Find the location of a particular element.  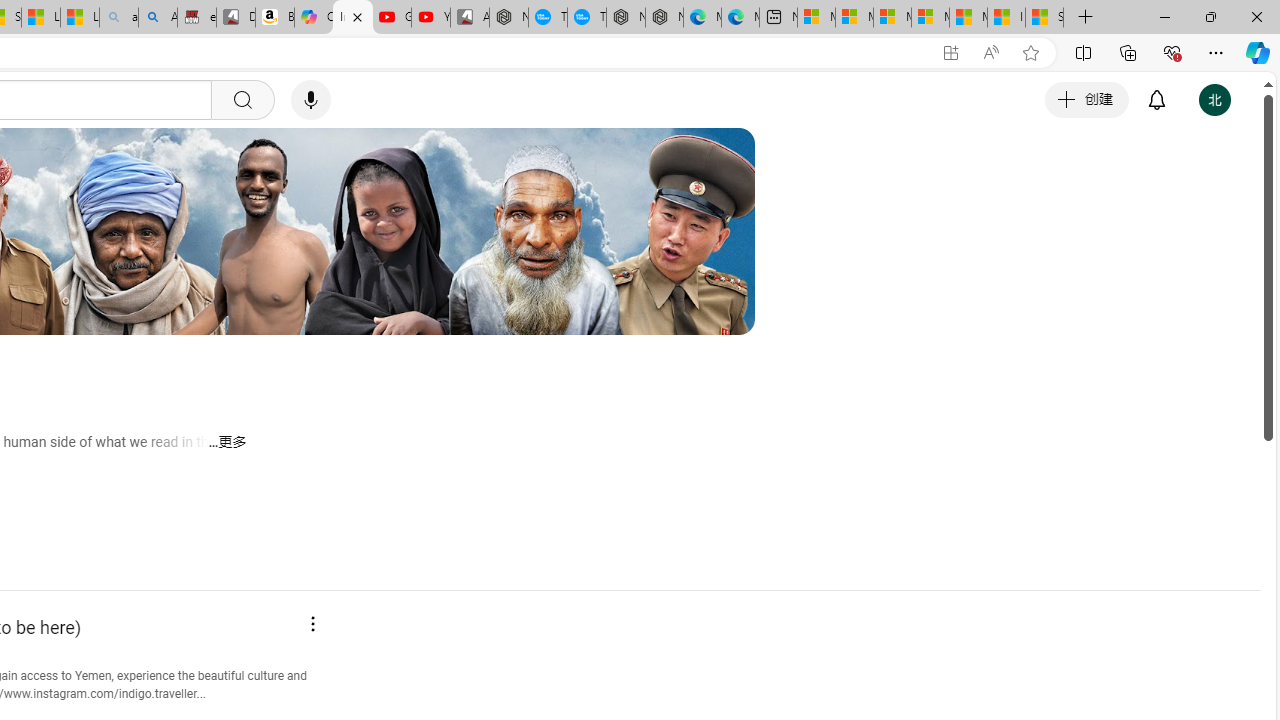

'App available. Install YouTube' is located at coordinates (950, 52).